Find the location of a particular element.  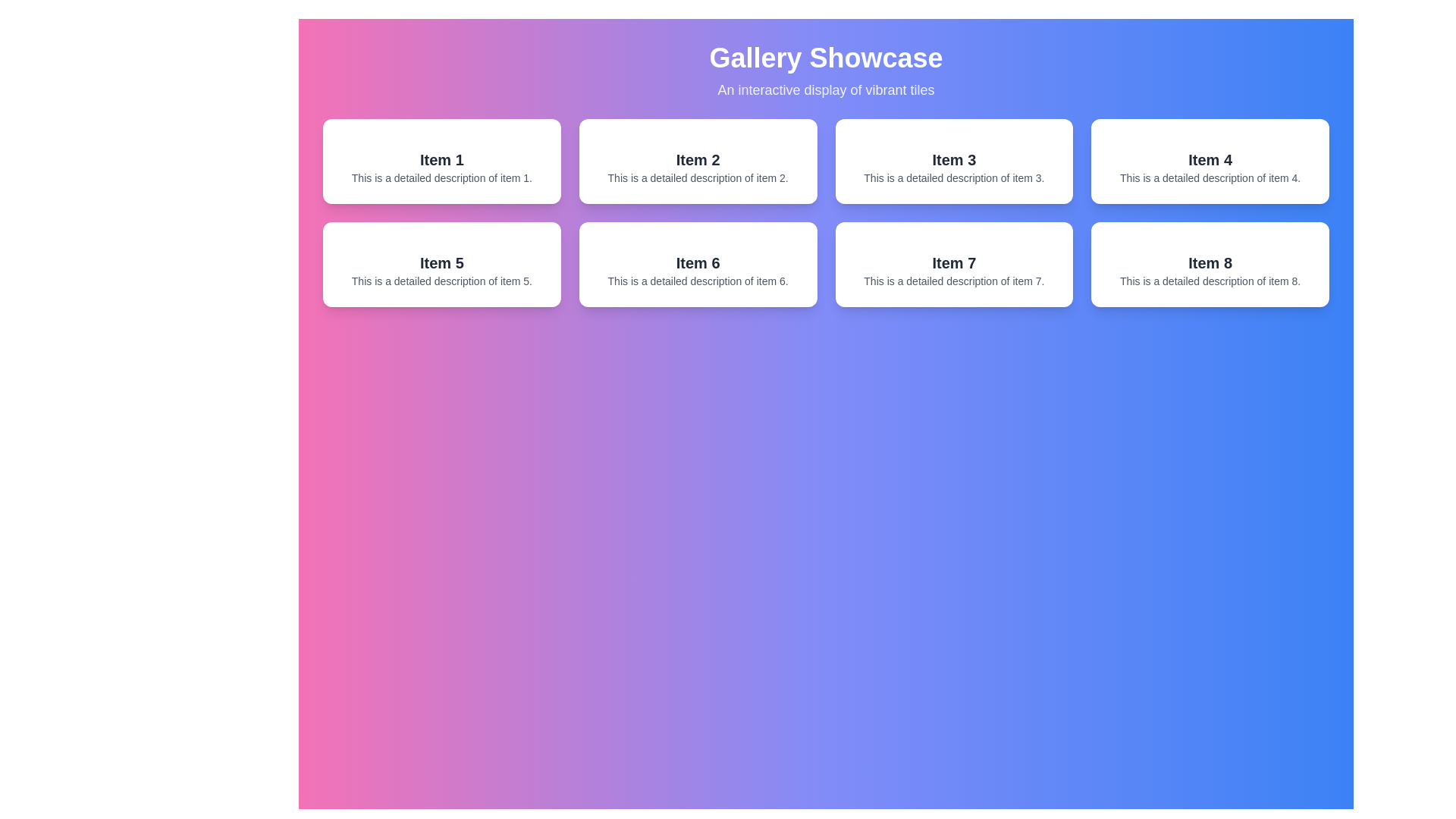

the text label located in the third row, second column of the grid below 'Gallery Showcase' to focus on the item it represents is located at coordinates (697, 262).